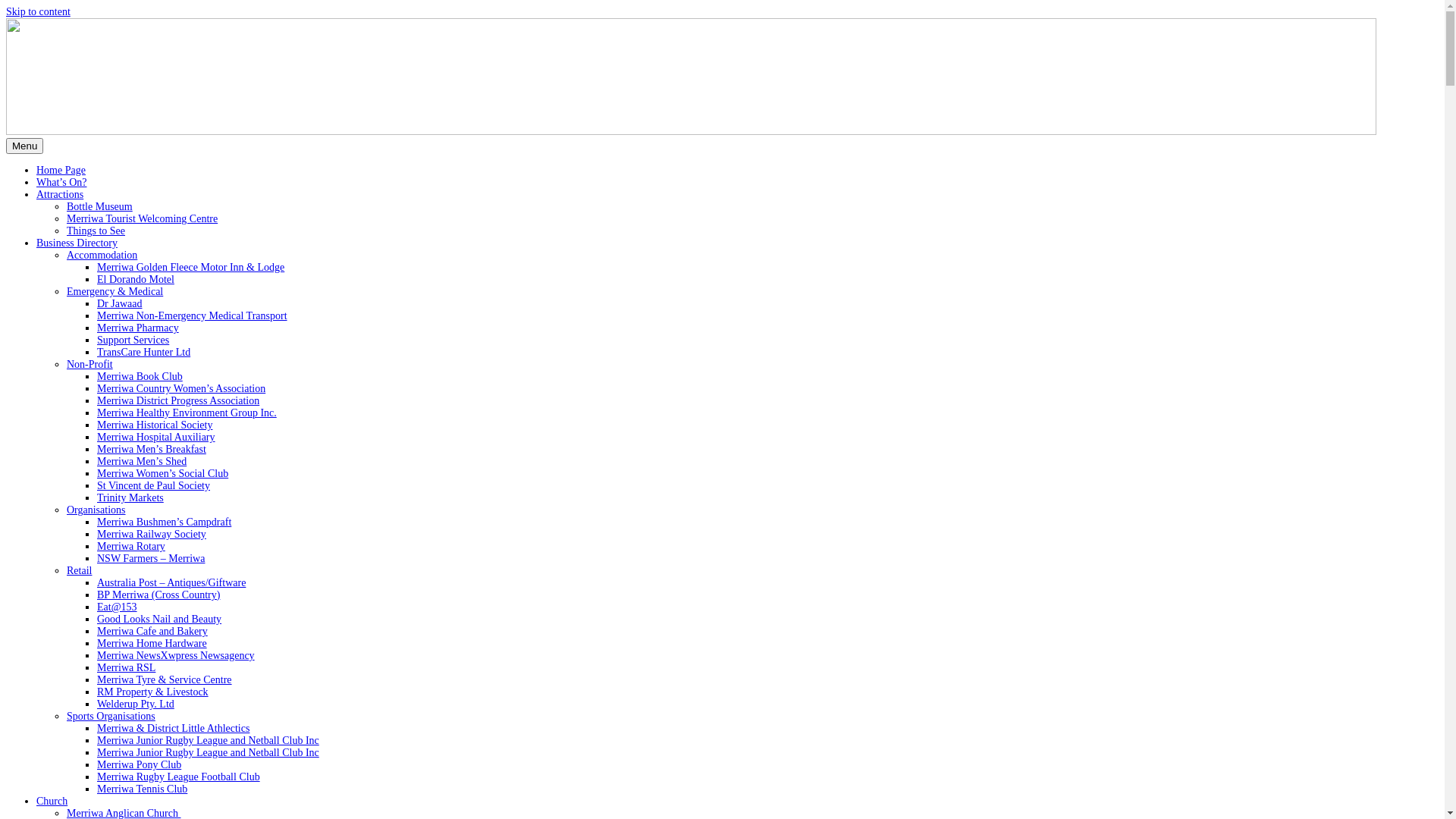  I want to click on 'Merriwa Tennis Club', so click(142, 788).